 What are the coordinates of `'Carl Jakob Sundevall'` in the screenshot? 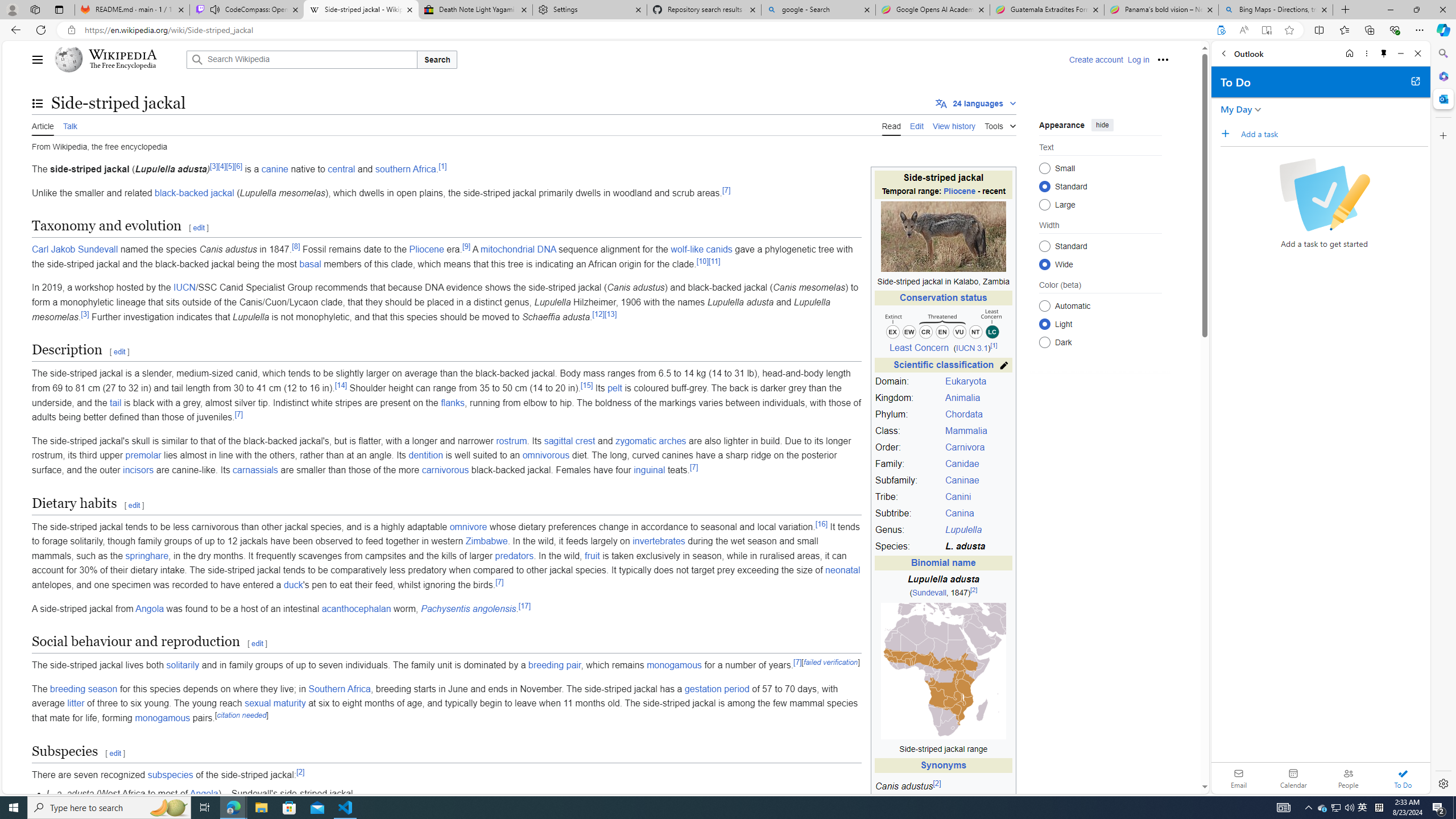 It's located at (74, 249).